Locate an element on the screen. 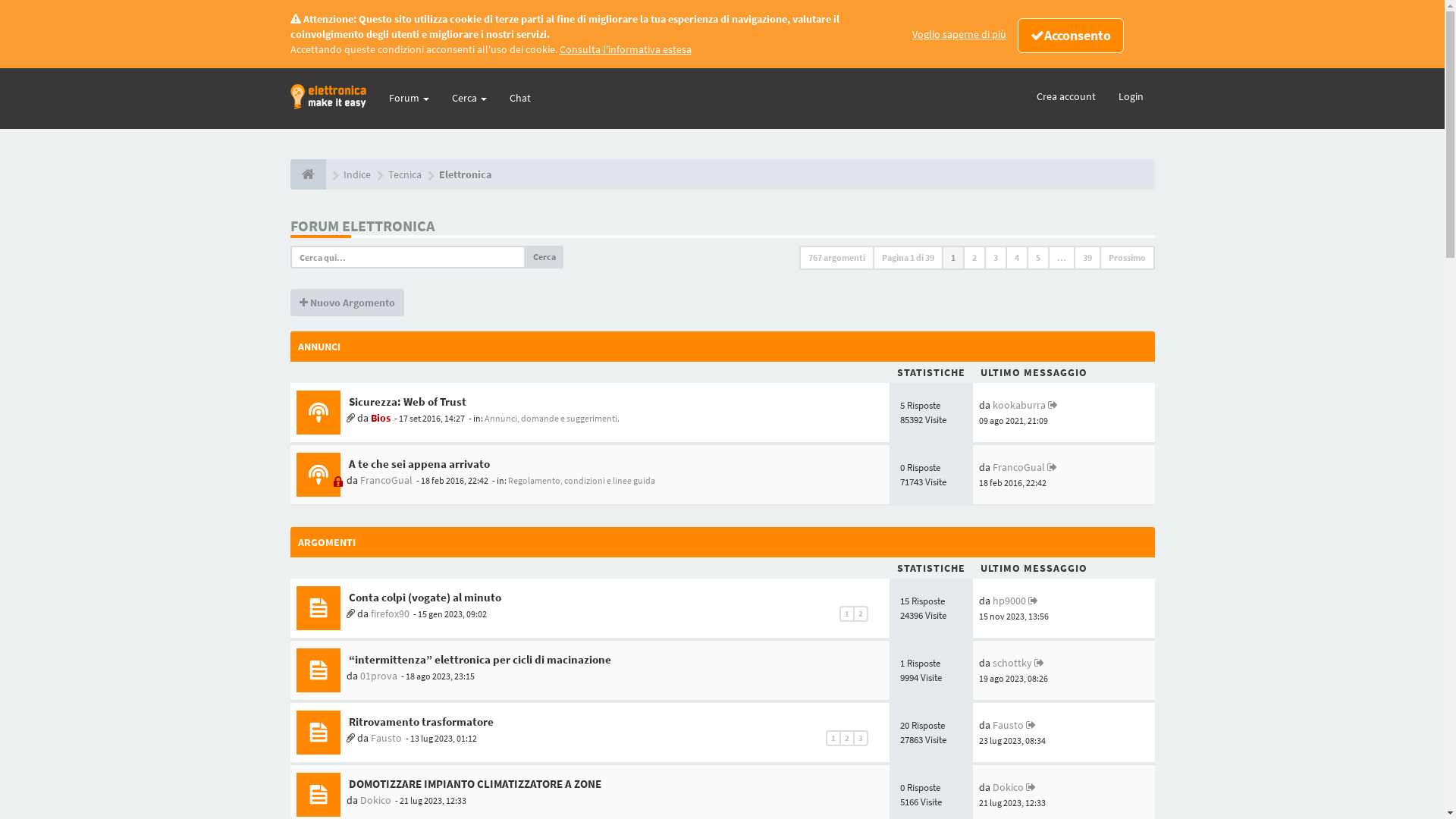  'hp9000' is located at coordinates (993, 599).